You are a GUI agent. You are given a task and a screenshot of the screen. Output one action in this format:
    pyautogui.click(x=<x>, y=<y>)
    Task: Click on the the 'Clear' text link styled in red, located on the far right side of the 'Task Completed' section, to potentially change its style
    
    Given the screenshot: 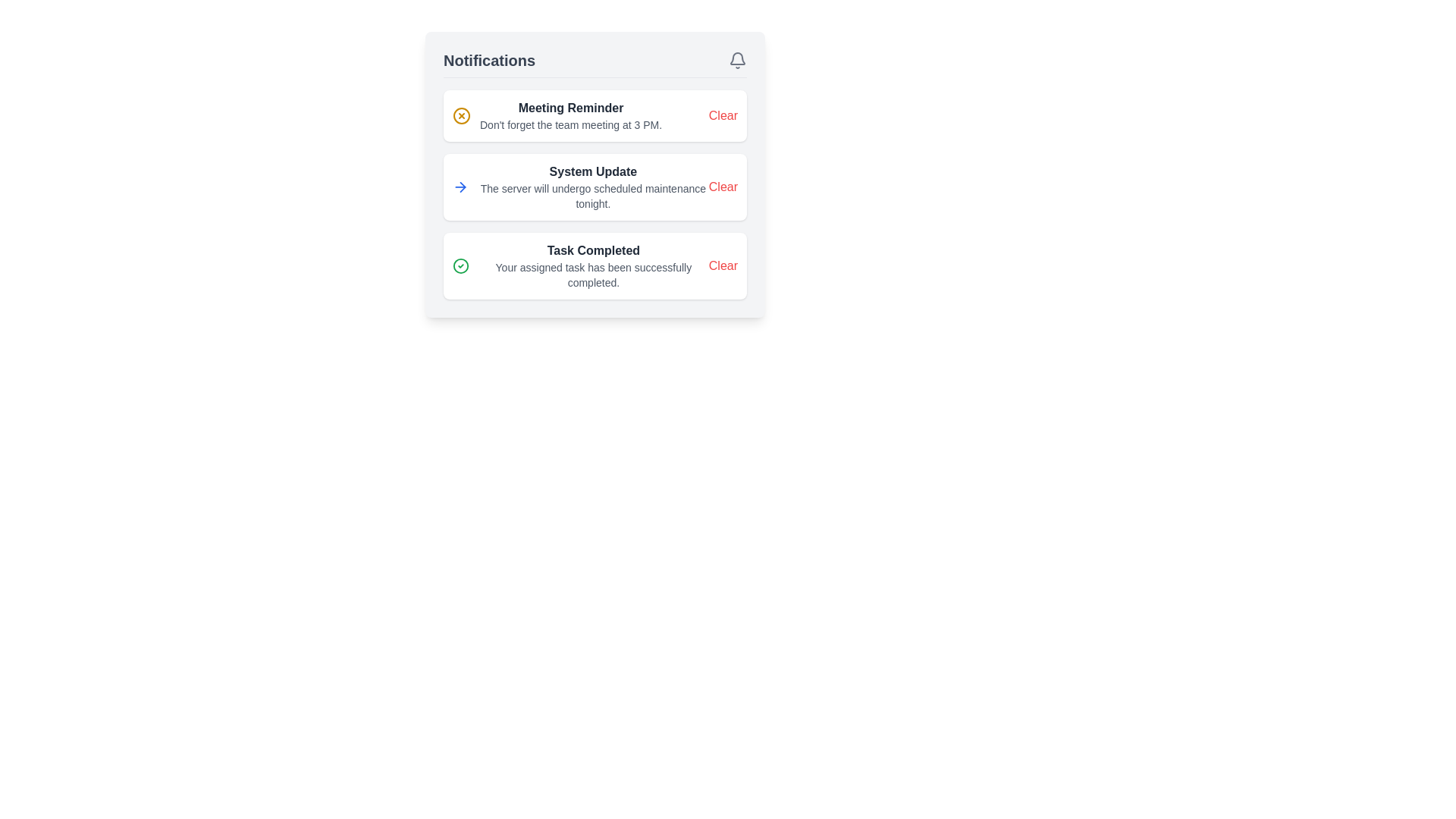 What is the action you would take?
    pyautogui.click(x=722, y=265)
    